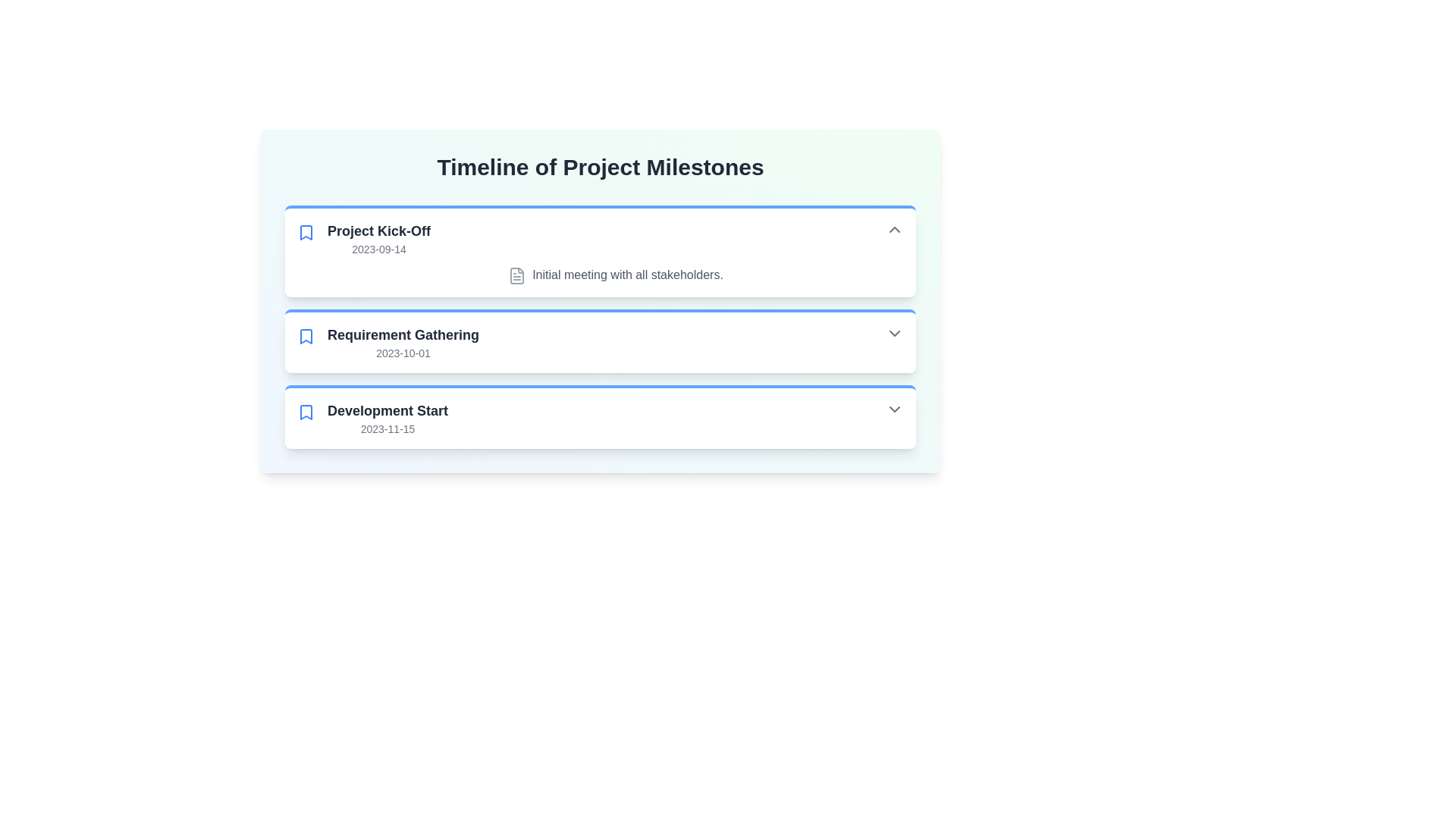 This screenshot has width=1456, height=819. What do you see at coordinates (895, 332) in the screenshot?
I see `the chevron icon located at the rightmost position of the 'Requirement Gathering' milestone header` at bounding box center [895, 332].